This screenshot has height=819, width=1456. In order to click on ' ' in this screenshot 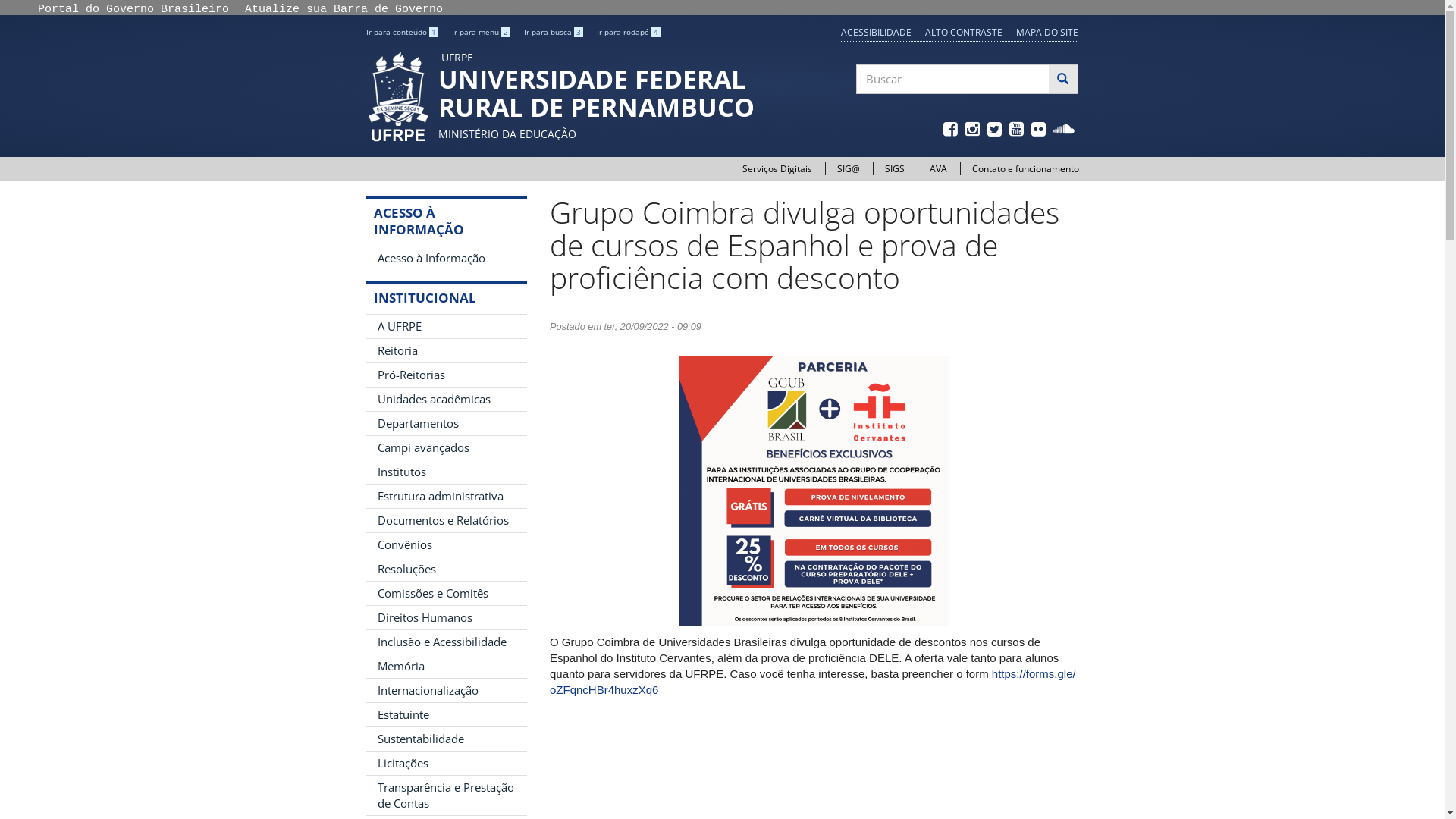, I will do `click(1018, 130)`.